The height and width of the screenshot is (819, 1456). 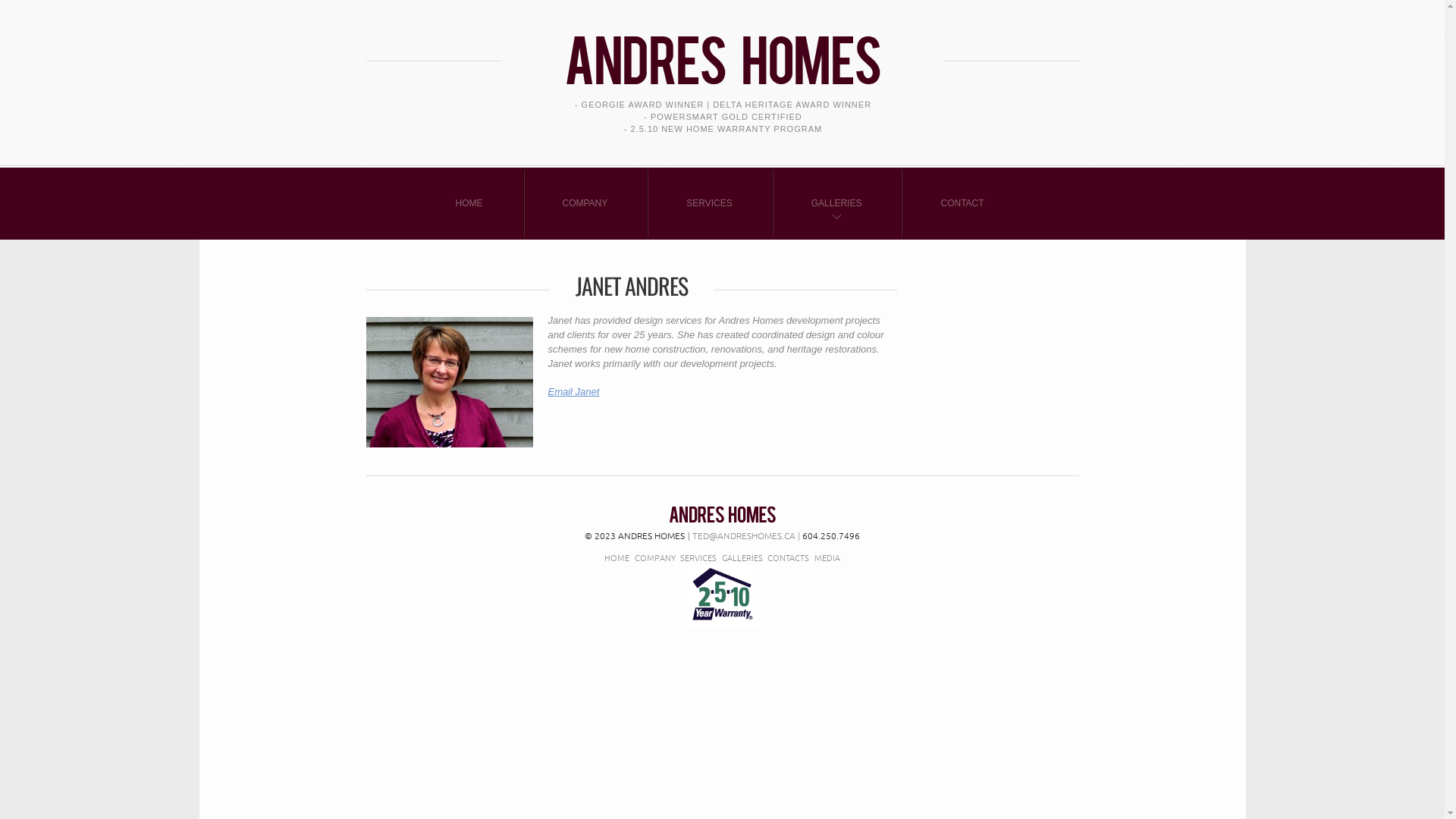 What do you see at coordinates (708, 202) in the screenshot?
I see `'SERVICES'` at bounding box center [708, 202].